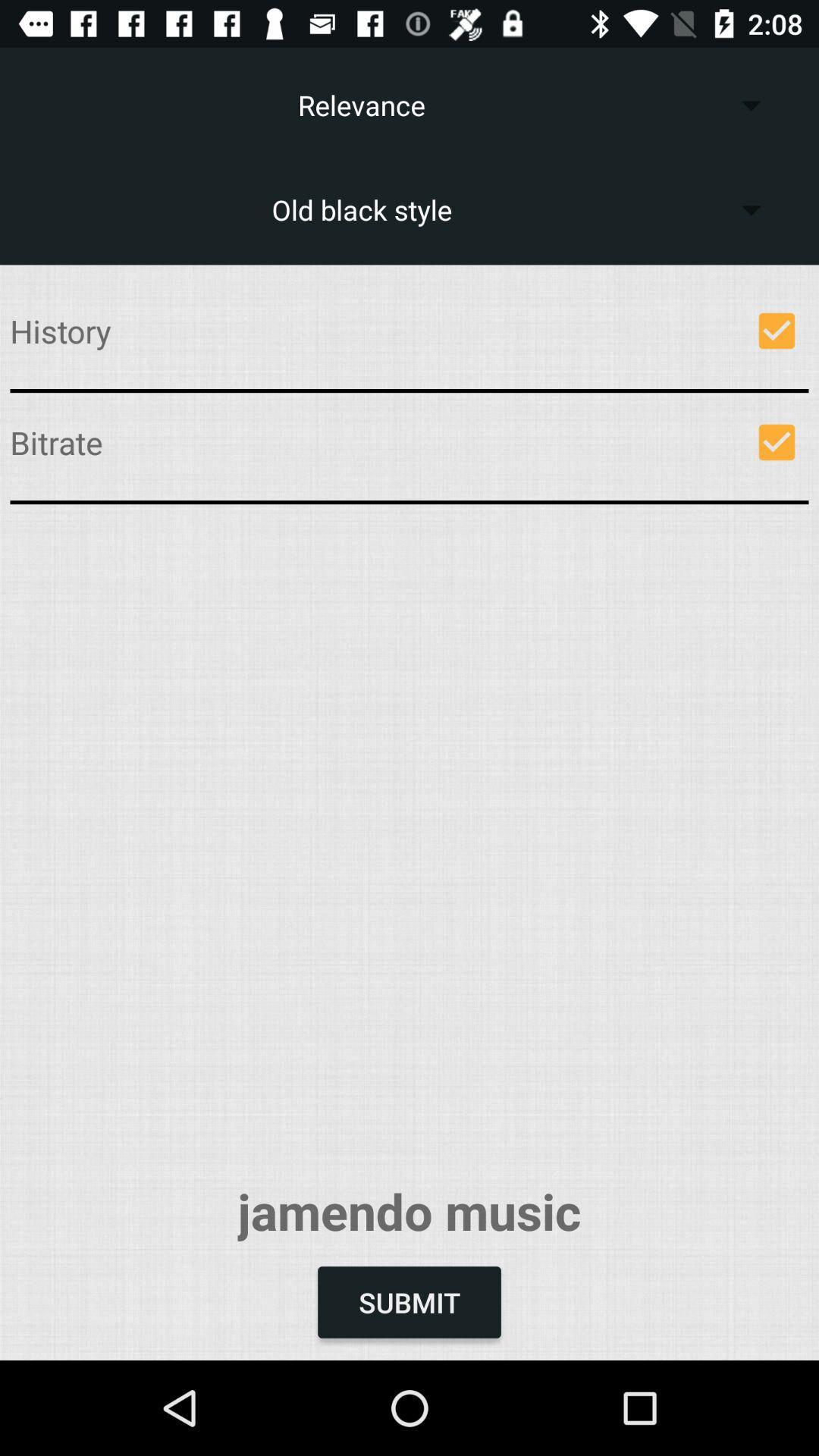 The width and height of the screenshot is (819, 1456). What do you see at coordinates (777, 330) in the screenshot?
I see `this button allows you to select your history` at bounding box center [777, 330].